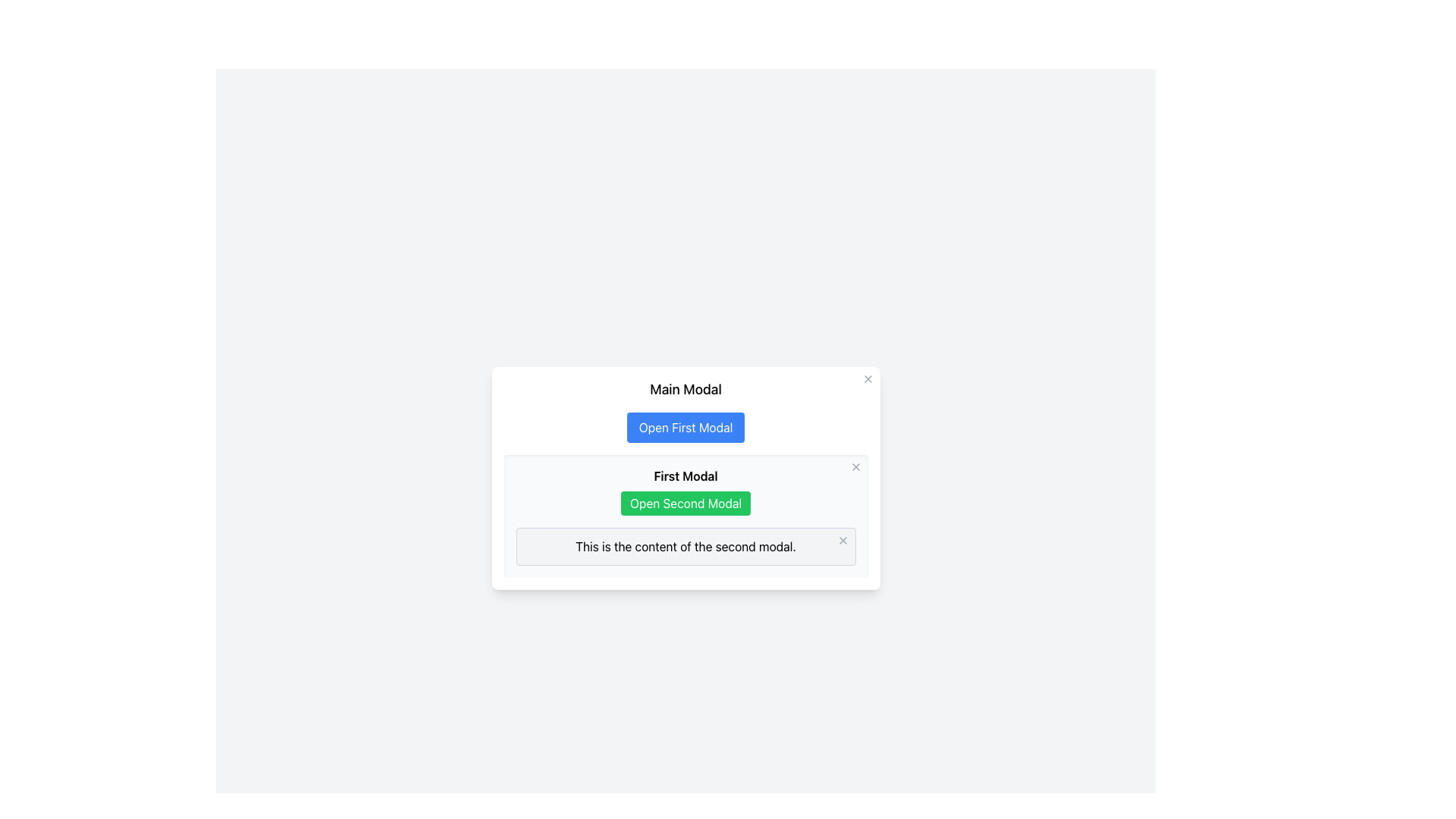 Image resolution: width=1456 pixels, height=819 pixels. I want to click on text from the header Text Label located at the top-center of the modal, which indicates its main subject or function, so click(685, 388).